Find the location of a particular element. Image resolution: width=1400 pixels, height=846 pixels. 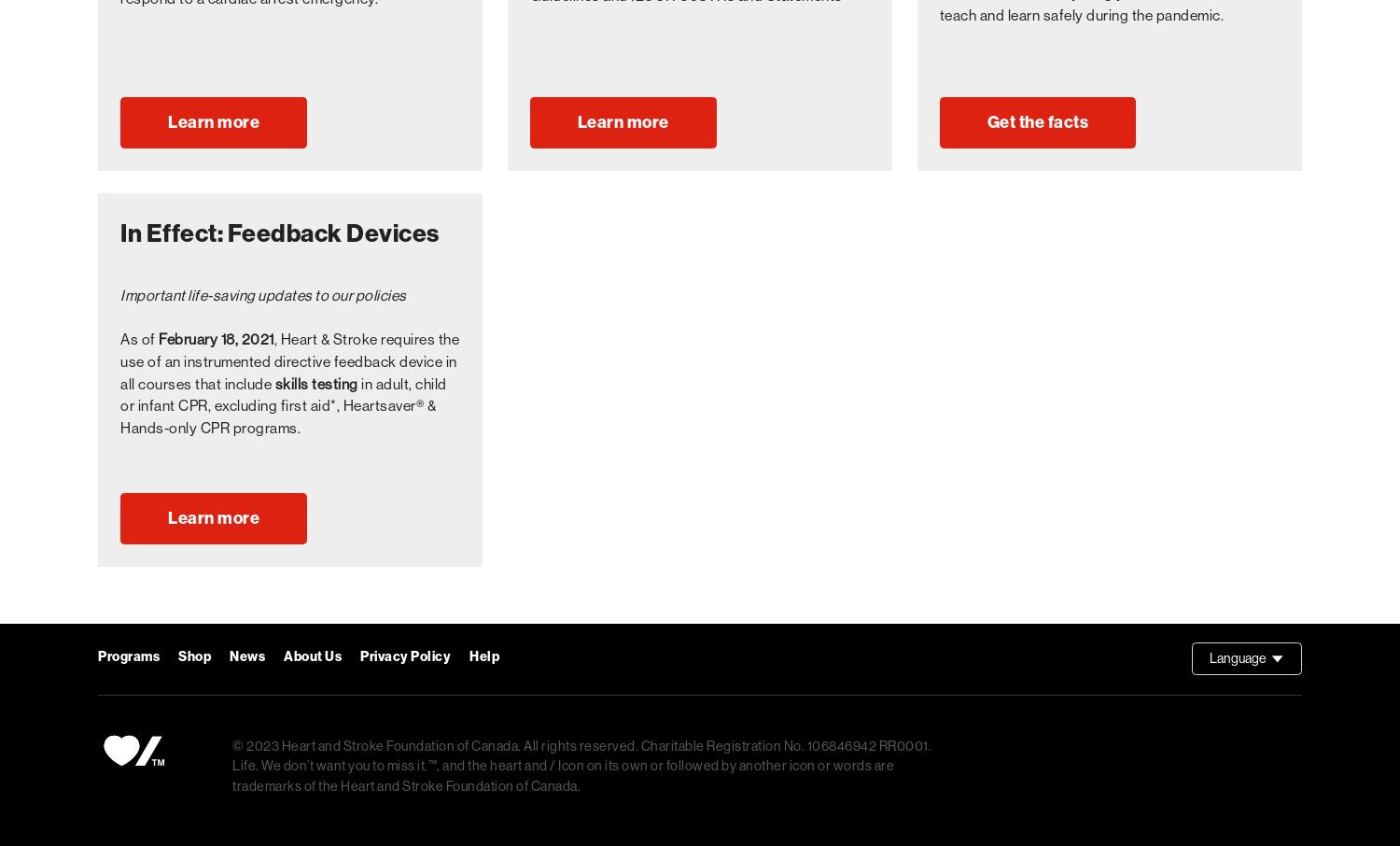

'Important life-saving updates to our policies' is located at coordinates (263, 295).